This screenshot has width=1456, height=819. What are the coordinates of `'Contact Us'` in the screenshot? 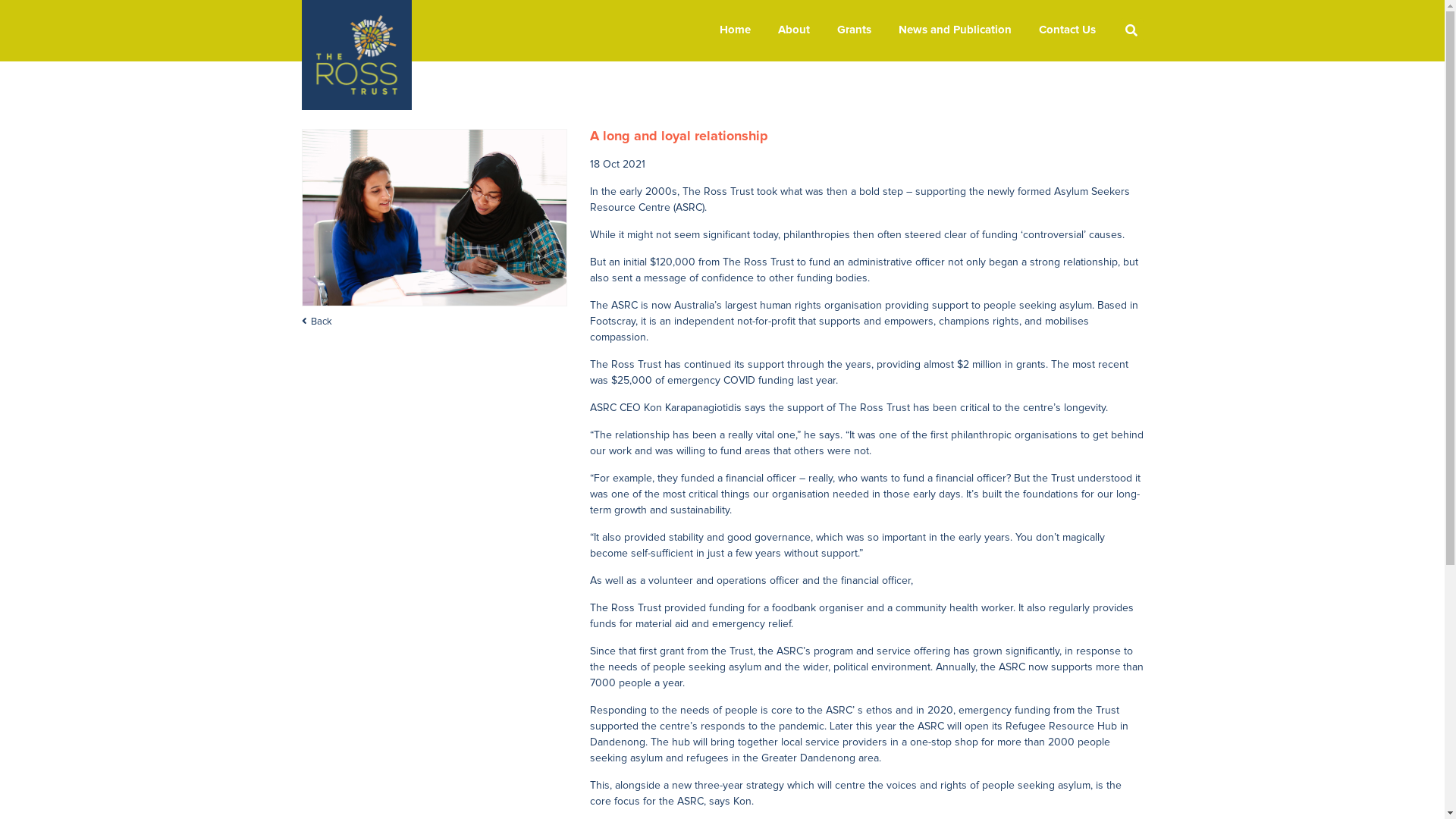 It's located at (1025, 30).